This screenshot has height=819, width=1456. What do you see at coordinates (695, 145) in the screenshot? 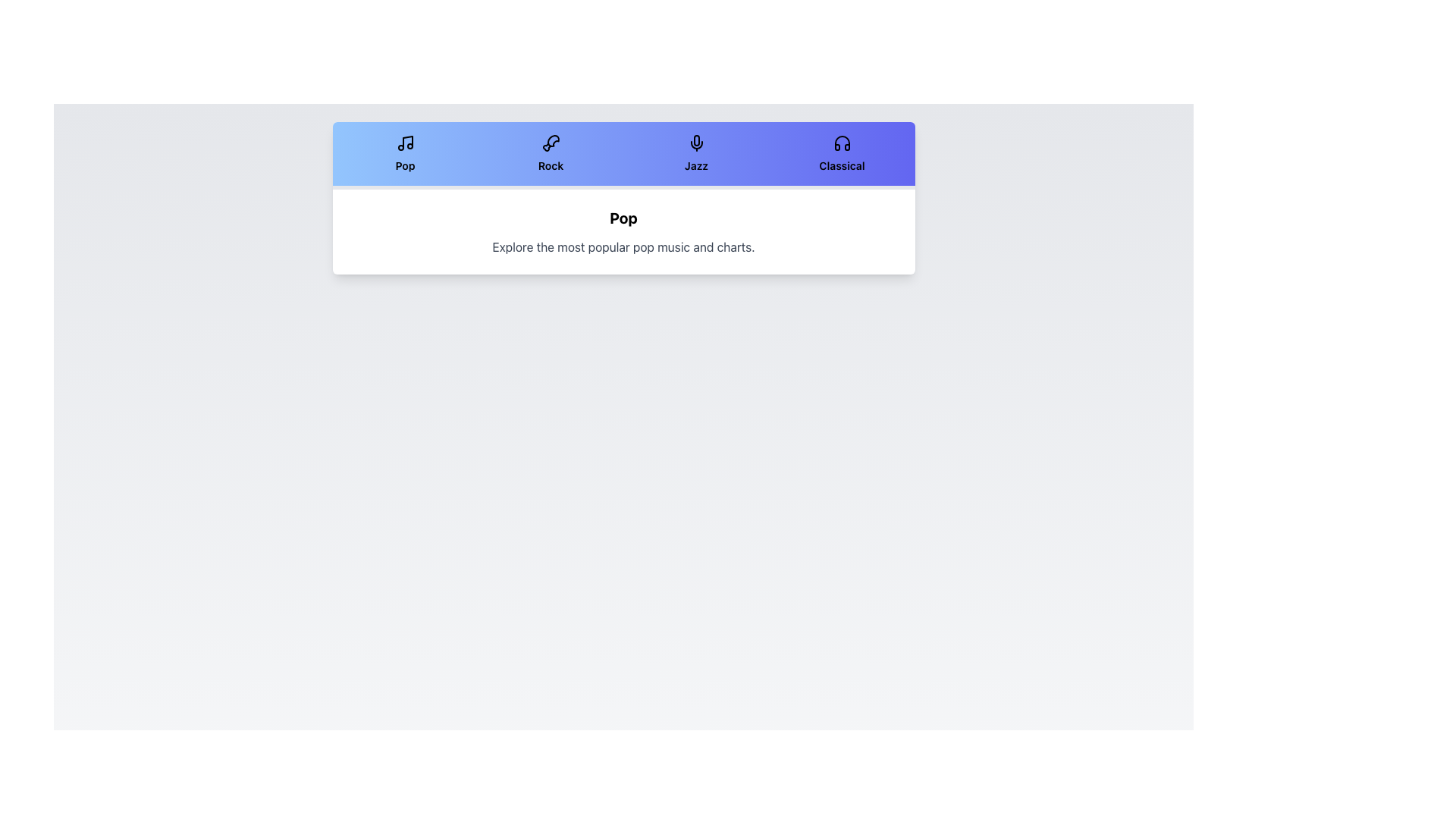
I see `the middle curve of the microphone icon within the 'Jazz' tab` at bounding box center [695, 145].